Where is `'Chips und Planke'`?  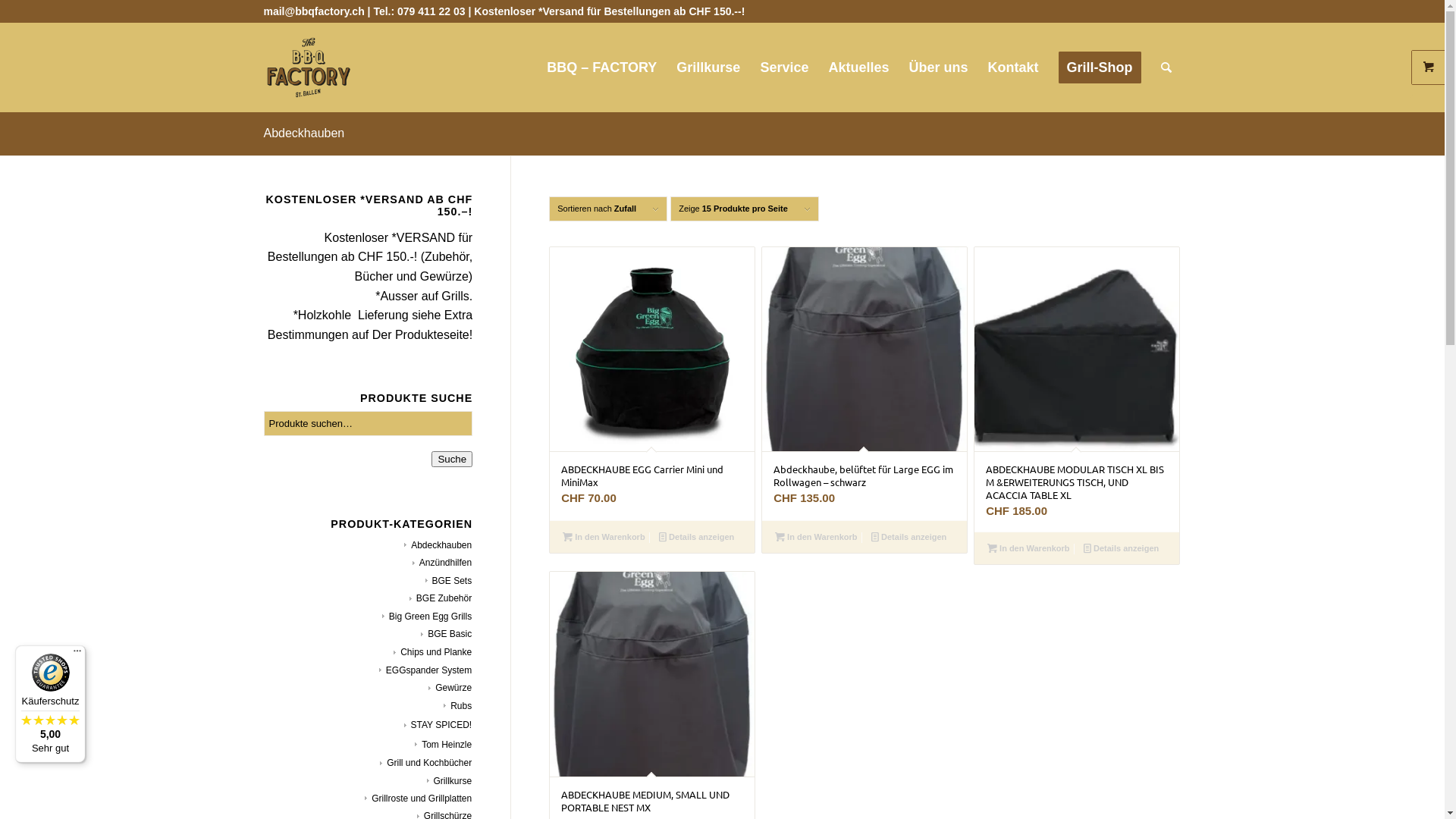 'Chips und Planke' is located at coordinates (393, 651).